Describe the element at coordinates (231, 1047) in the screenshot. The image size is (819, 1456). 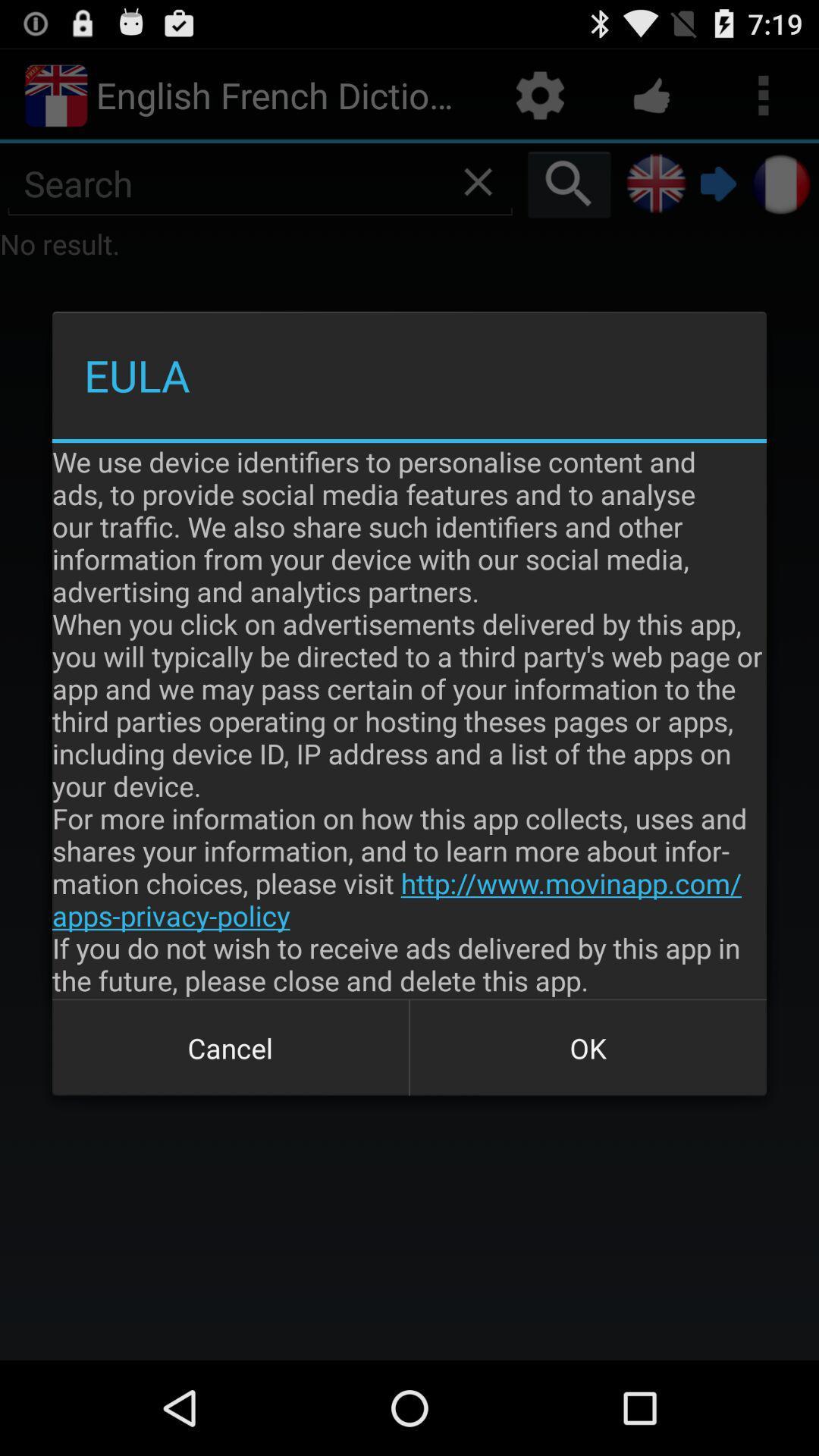
I see `the app below we use device item` at that location.